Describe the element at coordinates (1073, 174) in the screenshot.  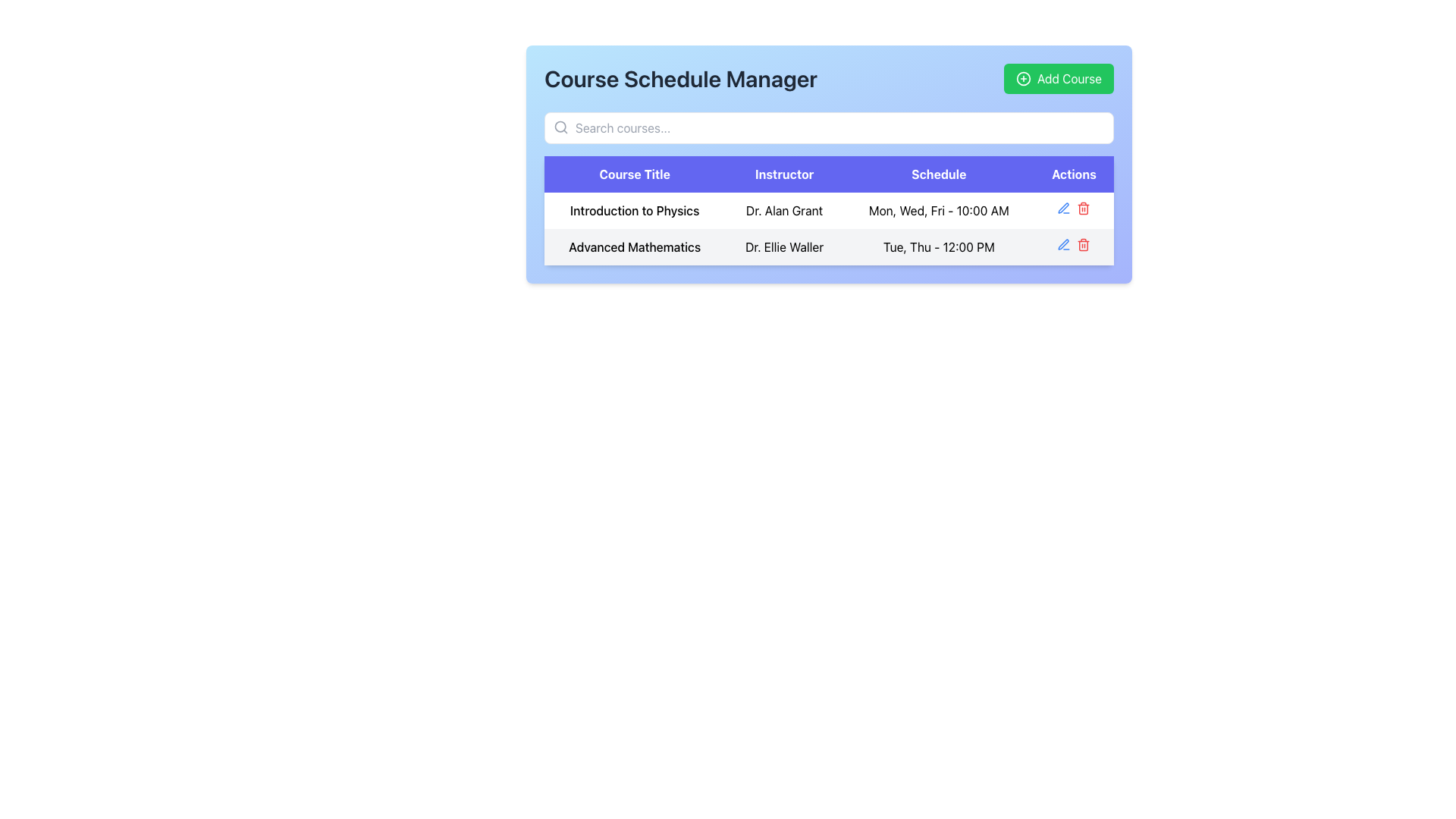
I see `the Table Header Cell with the blue background containing the bold white text 'Actions', located in the top-right corner of the row in the fourth column of the table header` at that location.